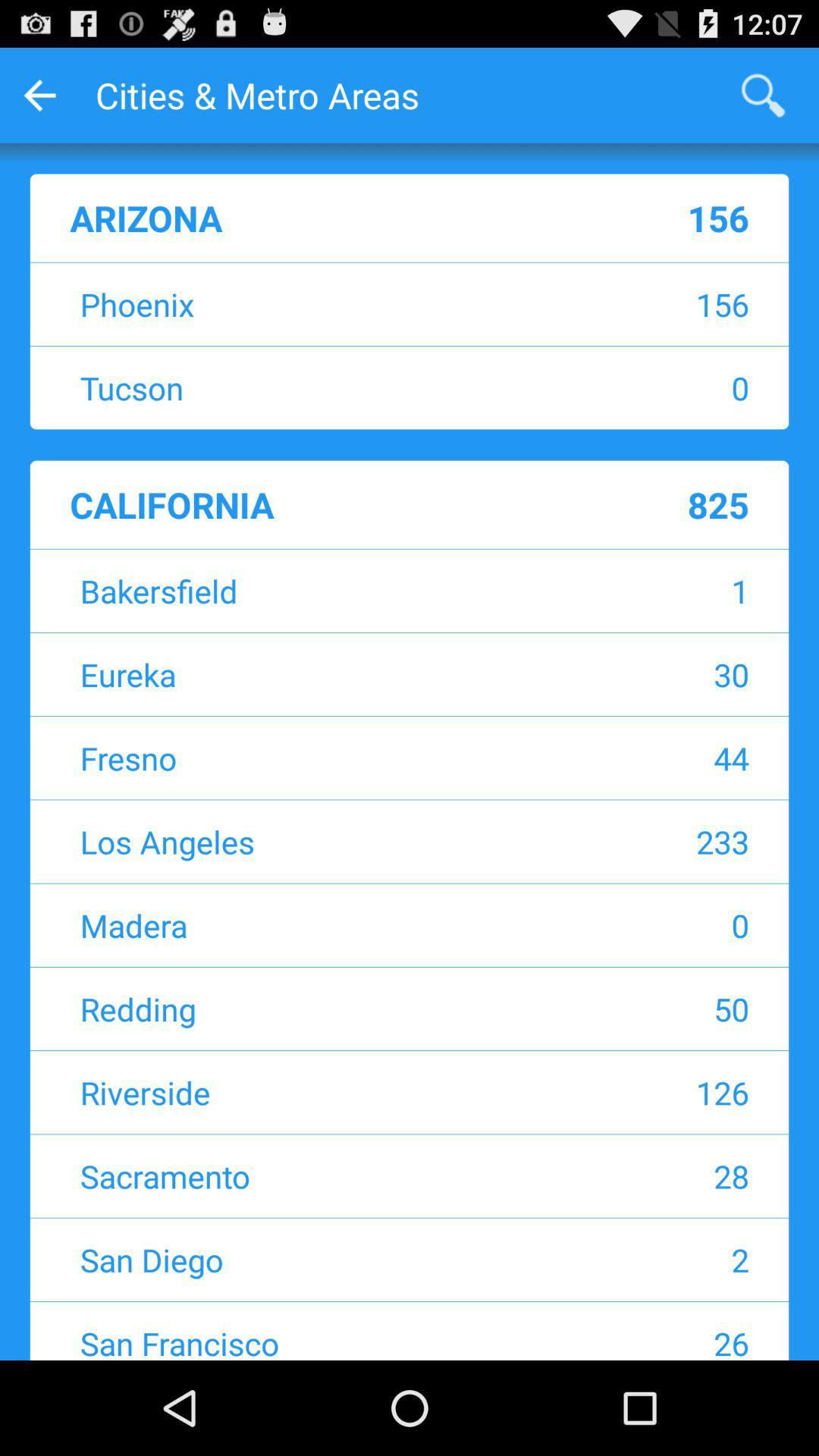  What do you see at coordinates (648, 1009) in the screenshot?
I see `icon to the right of the redding` at bounding box center [648, 1009].